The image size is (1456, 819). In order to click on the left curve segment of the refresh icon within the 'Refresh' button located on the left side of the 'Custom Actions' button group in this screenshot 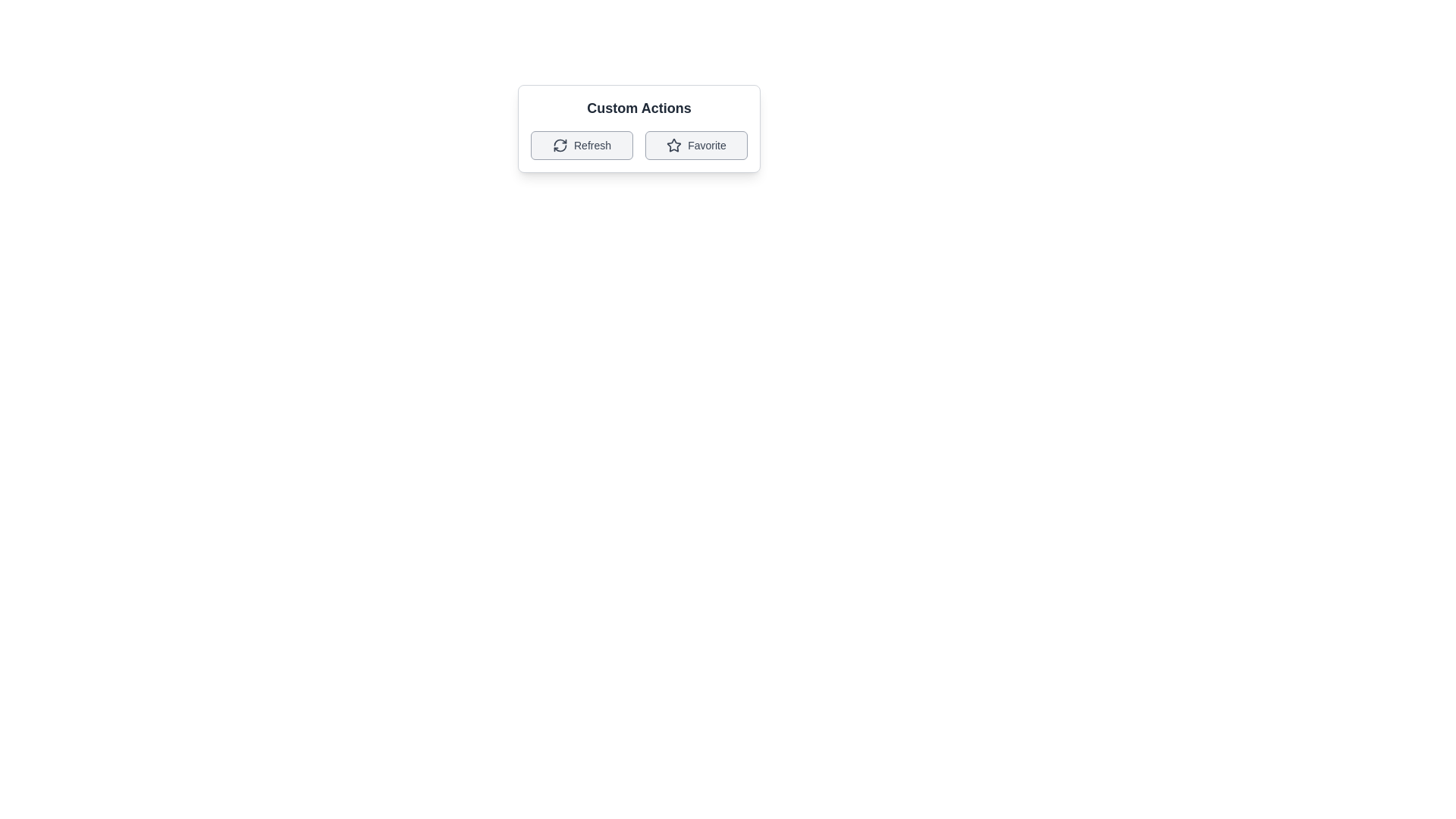, I will do `click(560, 143)`.